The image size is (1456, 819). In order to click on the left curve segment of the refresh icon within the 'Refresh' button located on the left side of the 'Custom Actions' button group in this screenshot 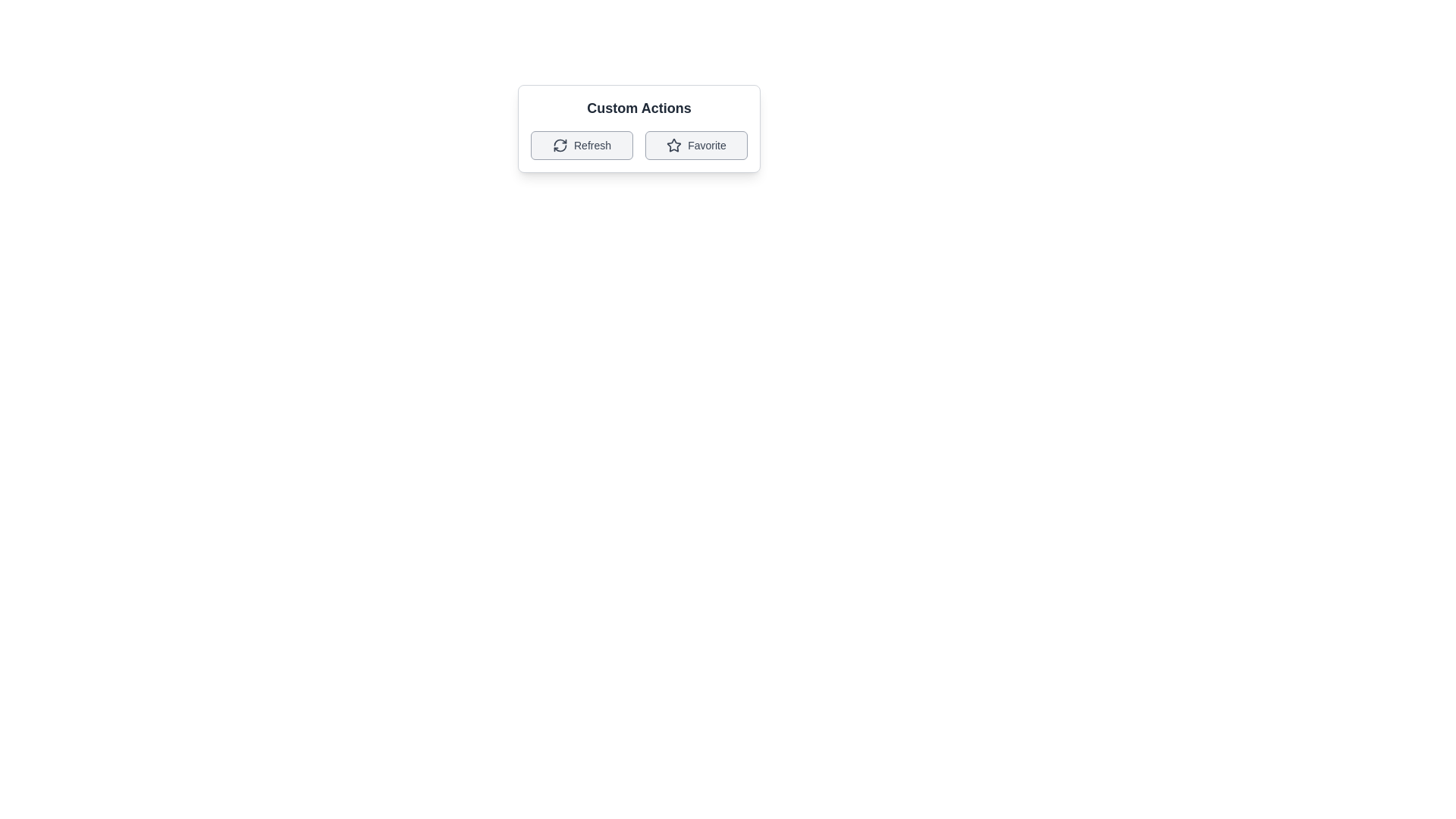, I will do `click(560, 143)`.